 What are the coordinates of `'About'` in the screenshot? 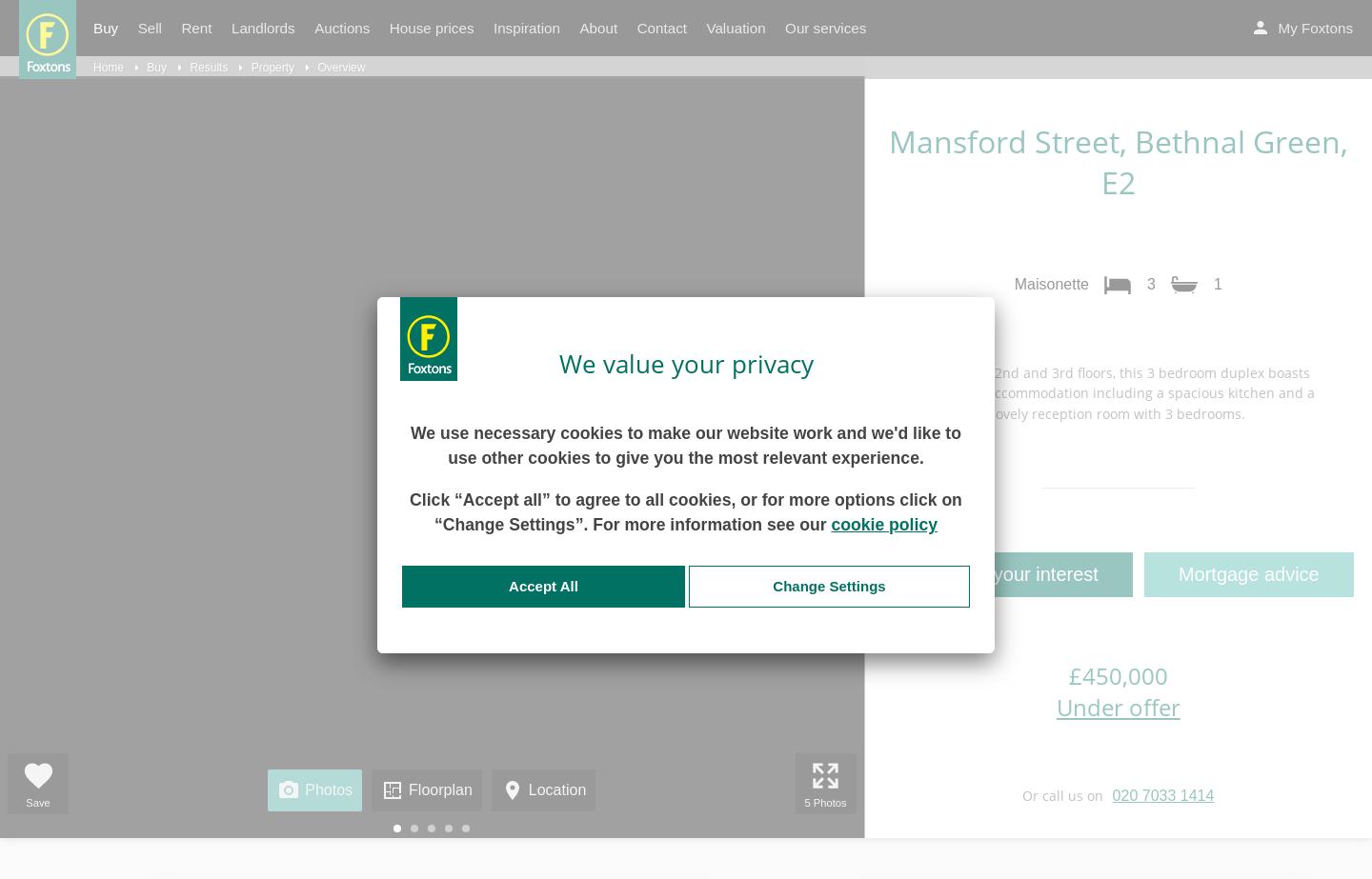 It's located at (596, 28).